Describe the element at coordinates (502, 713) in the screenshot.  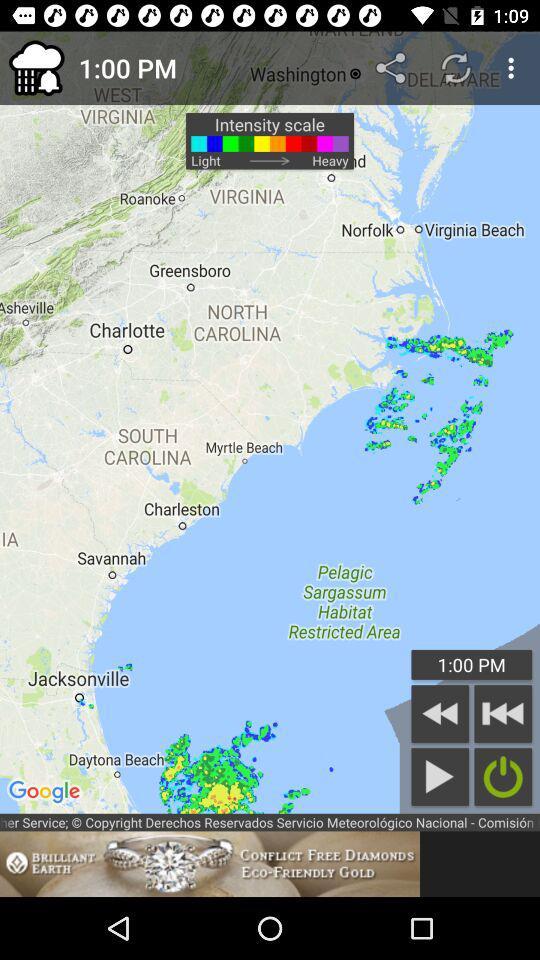
I see `the av_rewind icon` at that location.